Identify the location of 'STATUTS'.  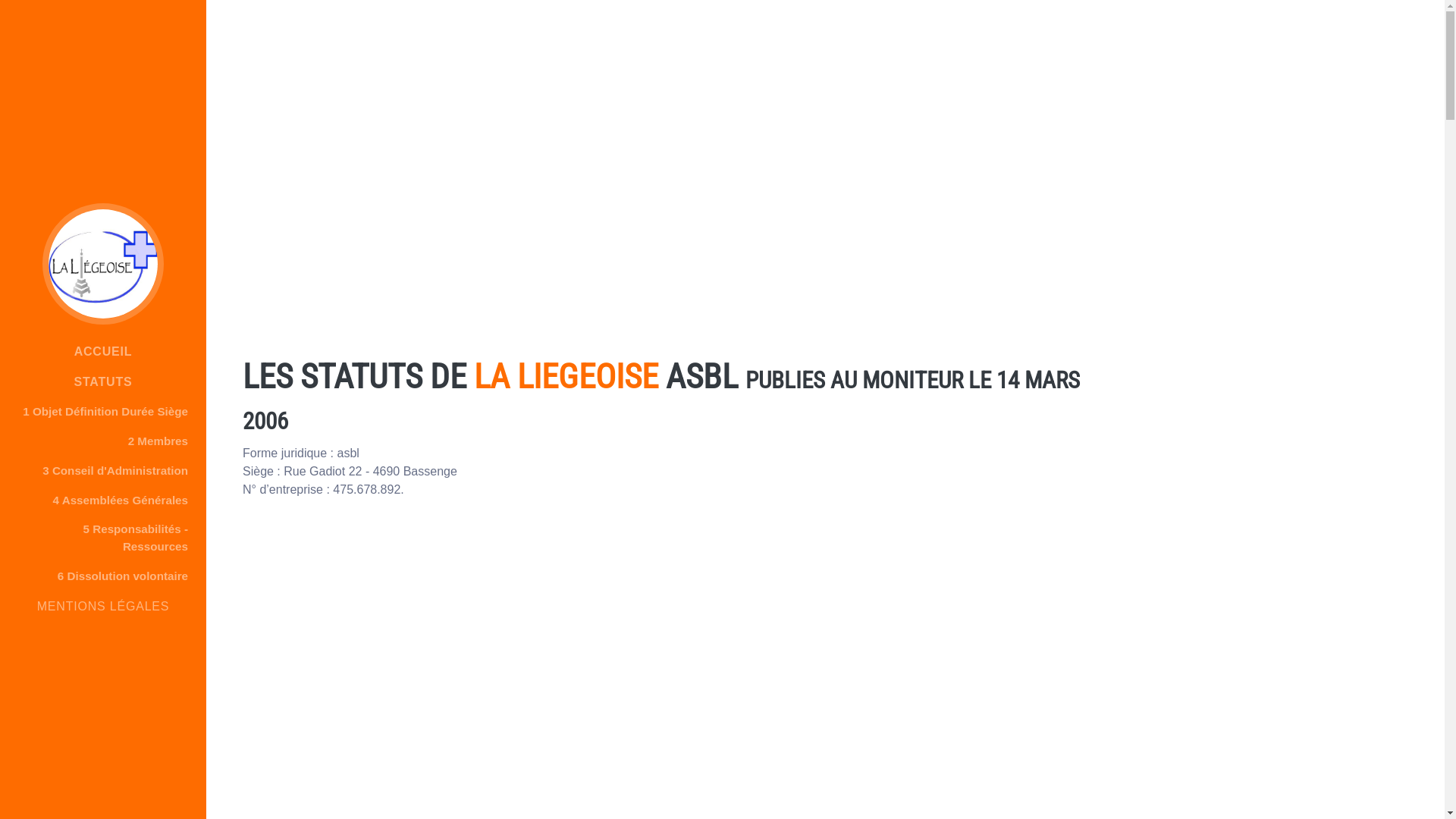
(102, 381).